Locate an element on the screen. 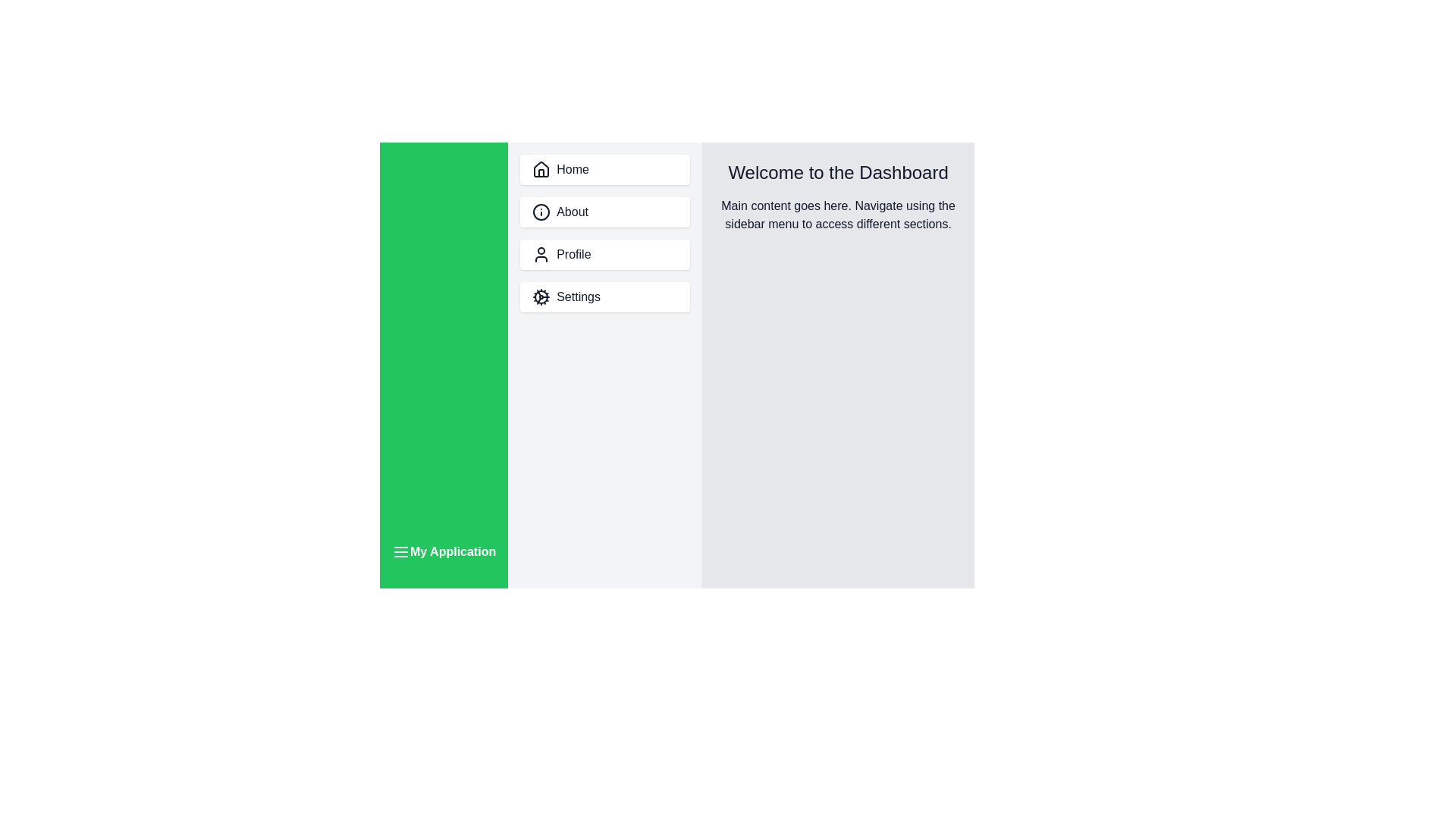 Image resolution: width=1456 pixels, height=819 pixels. toggle button to change the sidebar's visibility is located at coordinates (400, 552).